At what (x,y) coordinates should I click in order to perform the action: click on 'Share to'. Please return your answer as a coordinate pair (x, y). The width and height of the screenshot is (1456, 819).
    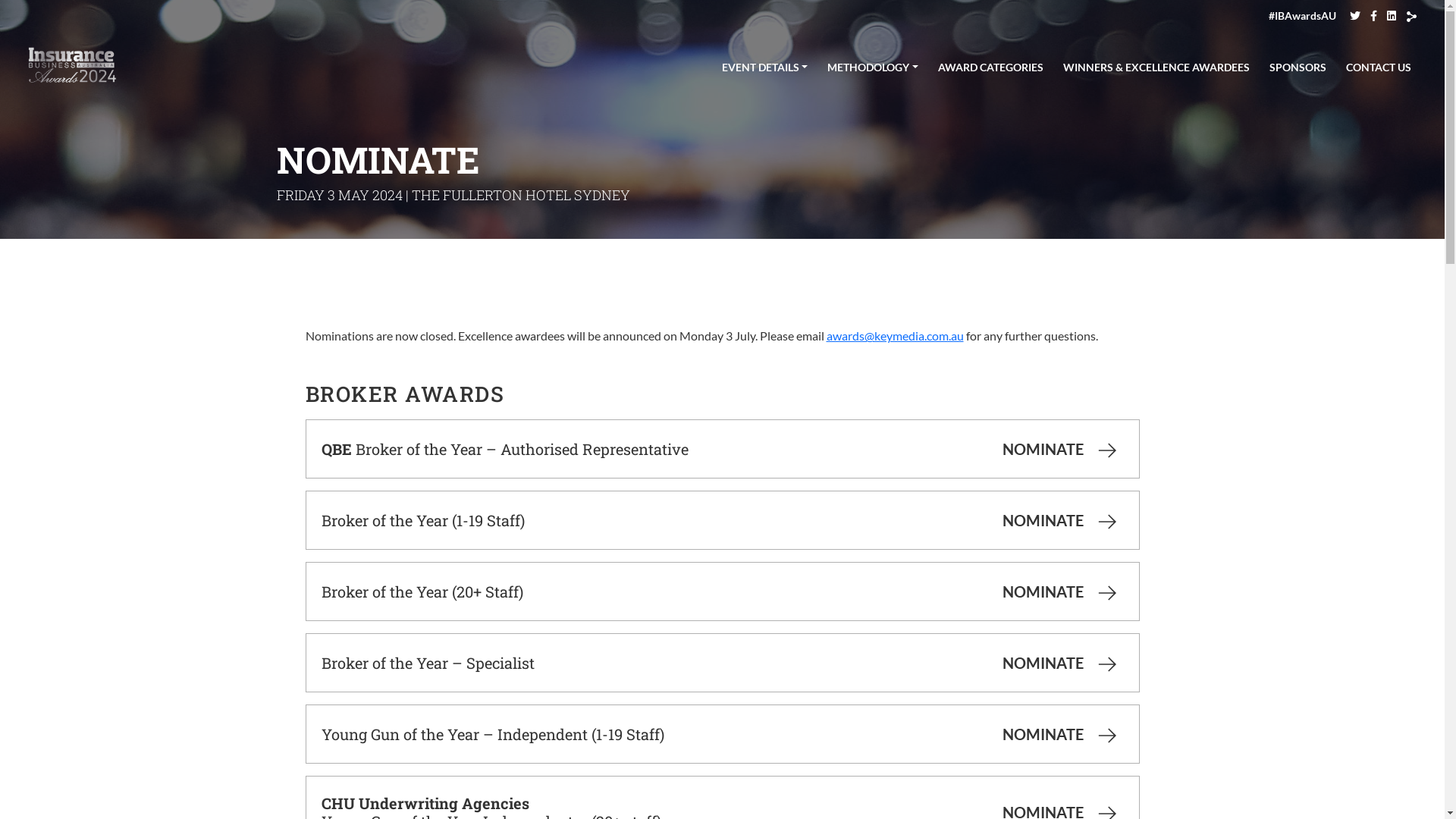
    Looking at the image, I should click on (1410, 17).